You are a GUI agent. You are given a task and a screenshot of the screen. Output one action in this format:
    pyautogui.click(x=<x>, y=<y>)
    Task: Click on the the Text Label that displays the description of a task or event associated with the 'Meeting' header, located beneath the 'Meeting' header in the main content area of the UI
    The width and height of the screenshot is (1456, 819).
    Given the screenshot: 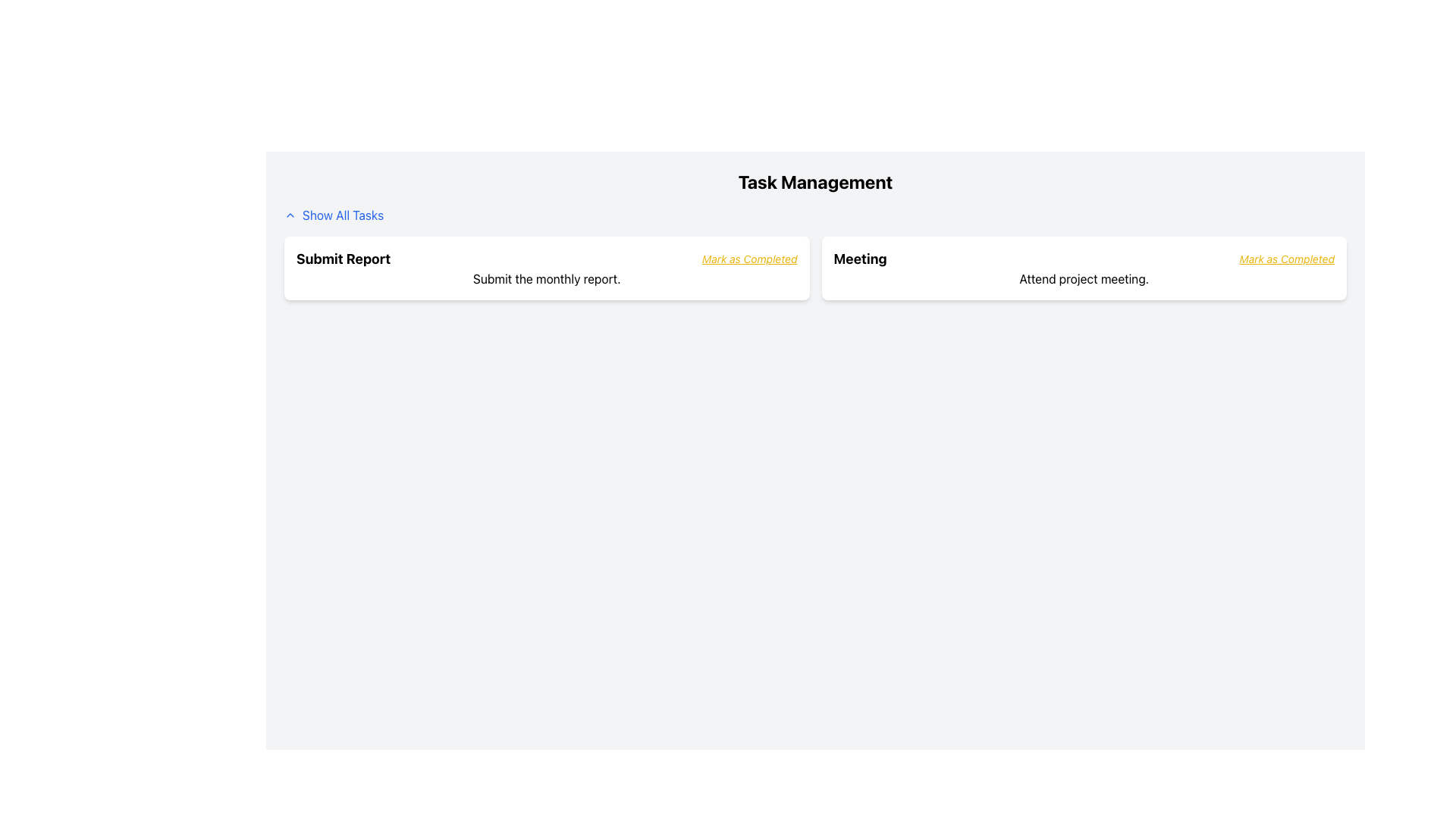 What is the action you would take?
    pyautogui.click(x=1083, y=278)
    